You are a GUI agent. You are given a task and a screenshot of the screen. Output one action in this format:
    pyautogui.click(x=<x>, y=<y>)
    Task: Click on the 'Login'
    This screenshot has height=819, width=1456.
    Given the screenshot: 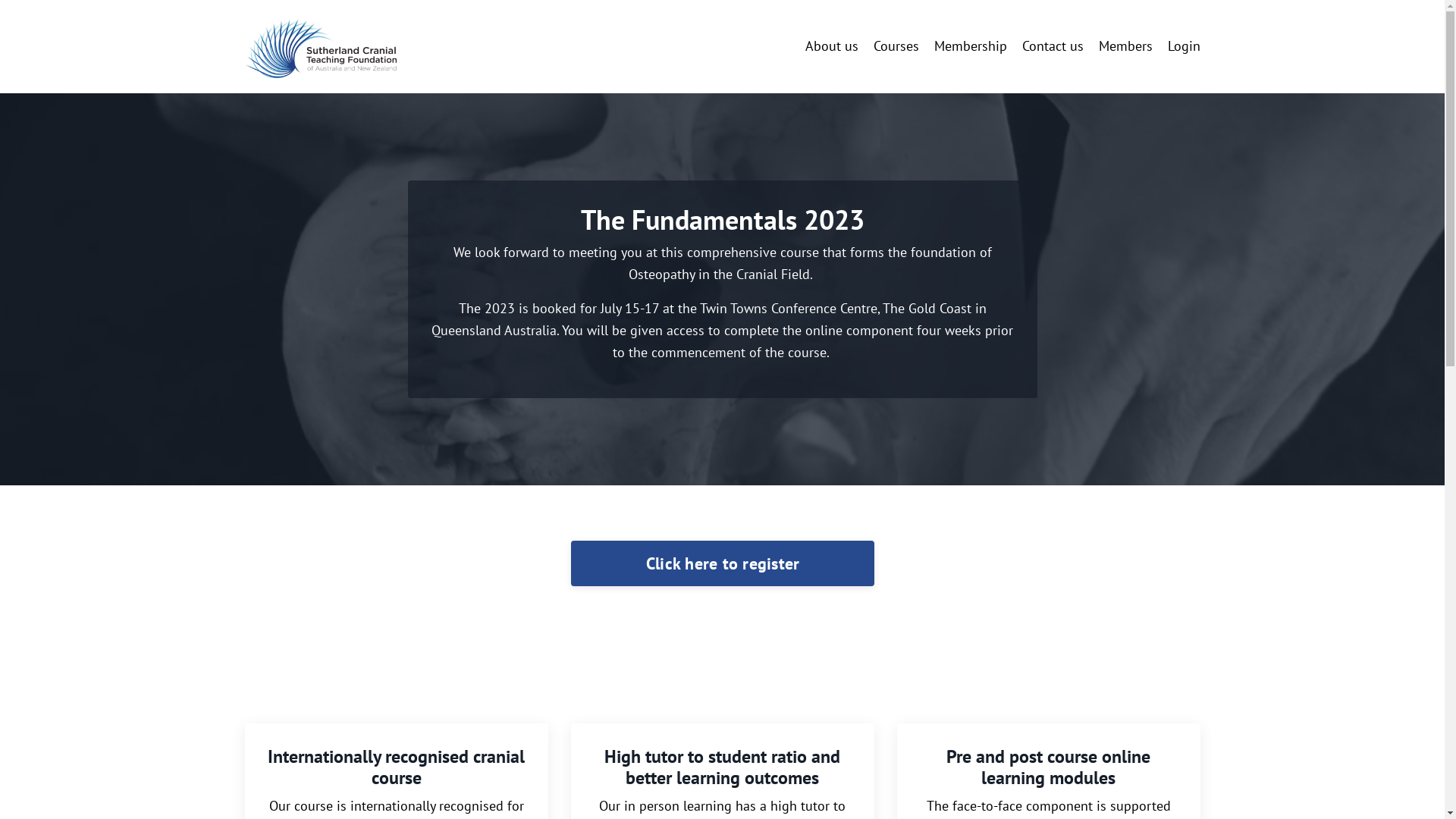 What is the action you would take?
    pyautogui.click(x=1167, y=45)
    